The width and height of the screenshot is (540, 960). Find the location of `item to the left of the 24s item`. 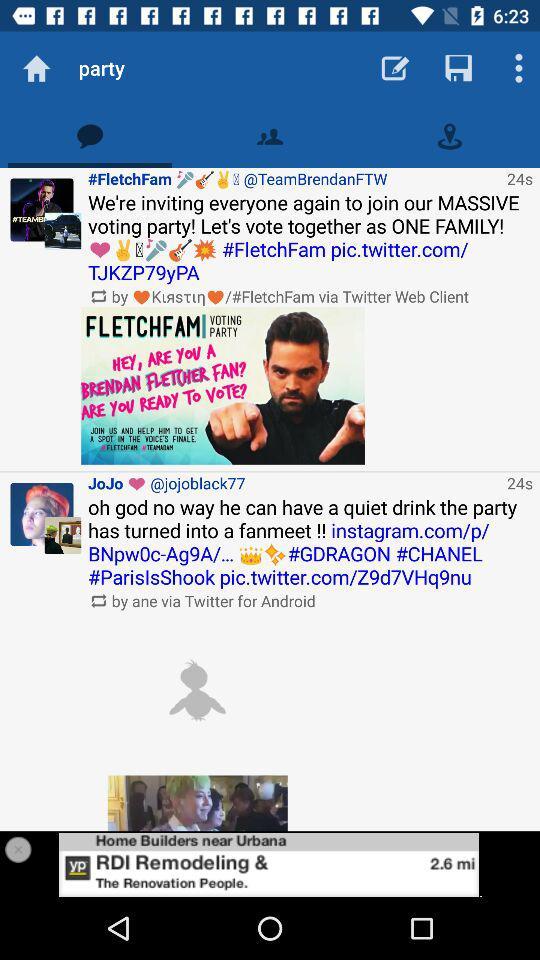

item to the left of the 24s item is located at coordinates (222, 384).